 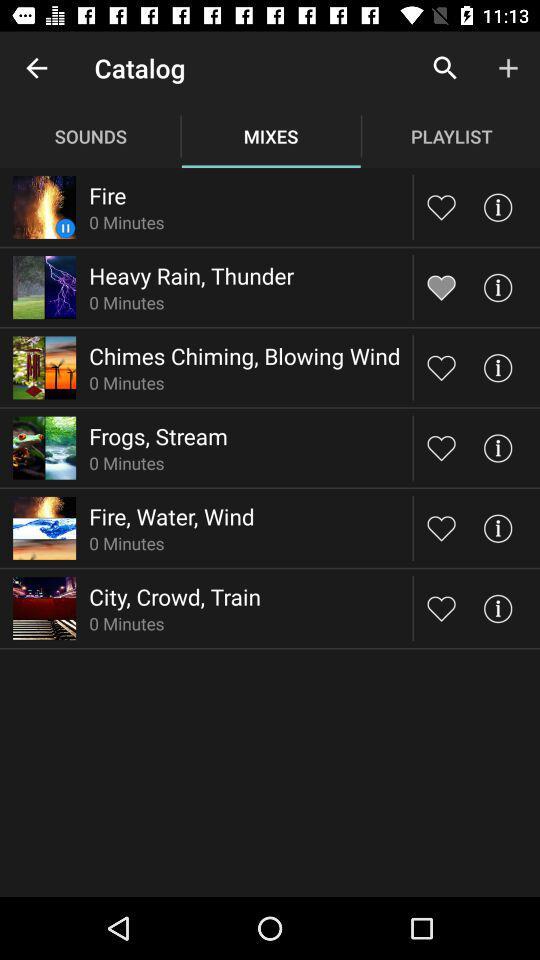 What do you see at coordinates (36, 68) in the screenshot?
I see `icon to the left of catalog` at bounding box center [36, 68].